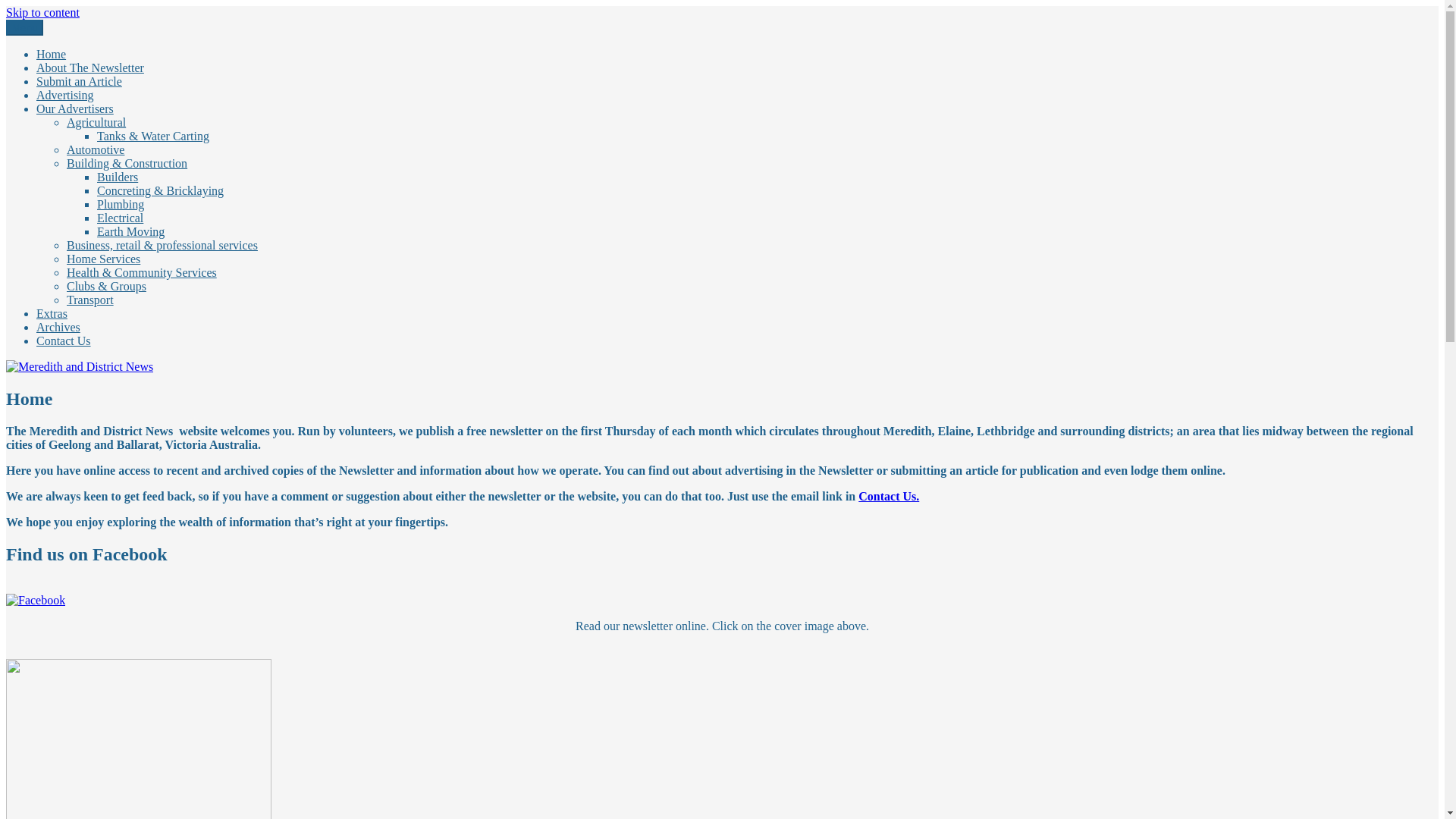 Image resolution: width=1456 pixels, height=819 pixels. I want to click on 'Meredith and District News', so click(72, 37).